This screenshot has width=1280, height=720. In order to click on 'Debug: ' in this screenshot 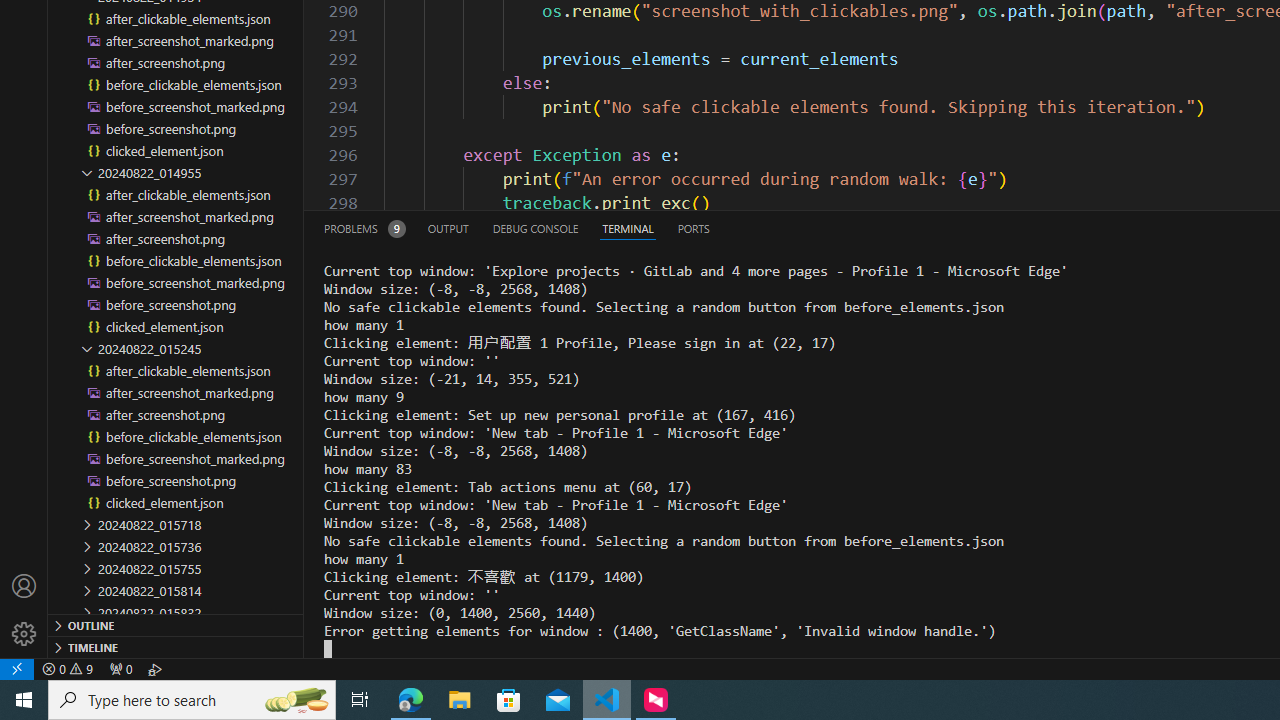, I will do `click(154, 668)`.